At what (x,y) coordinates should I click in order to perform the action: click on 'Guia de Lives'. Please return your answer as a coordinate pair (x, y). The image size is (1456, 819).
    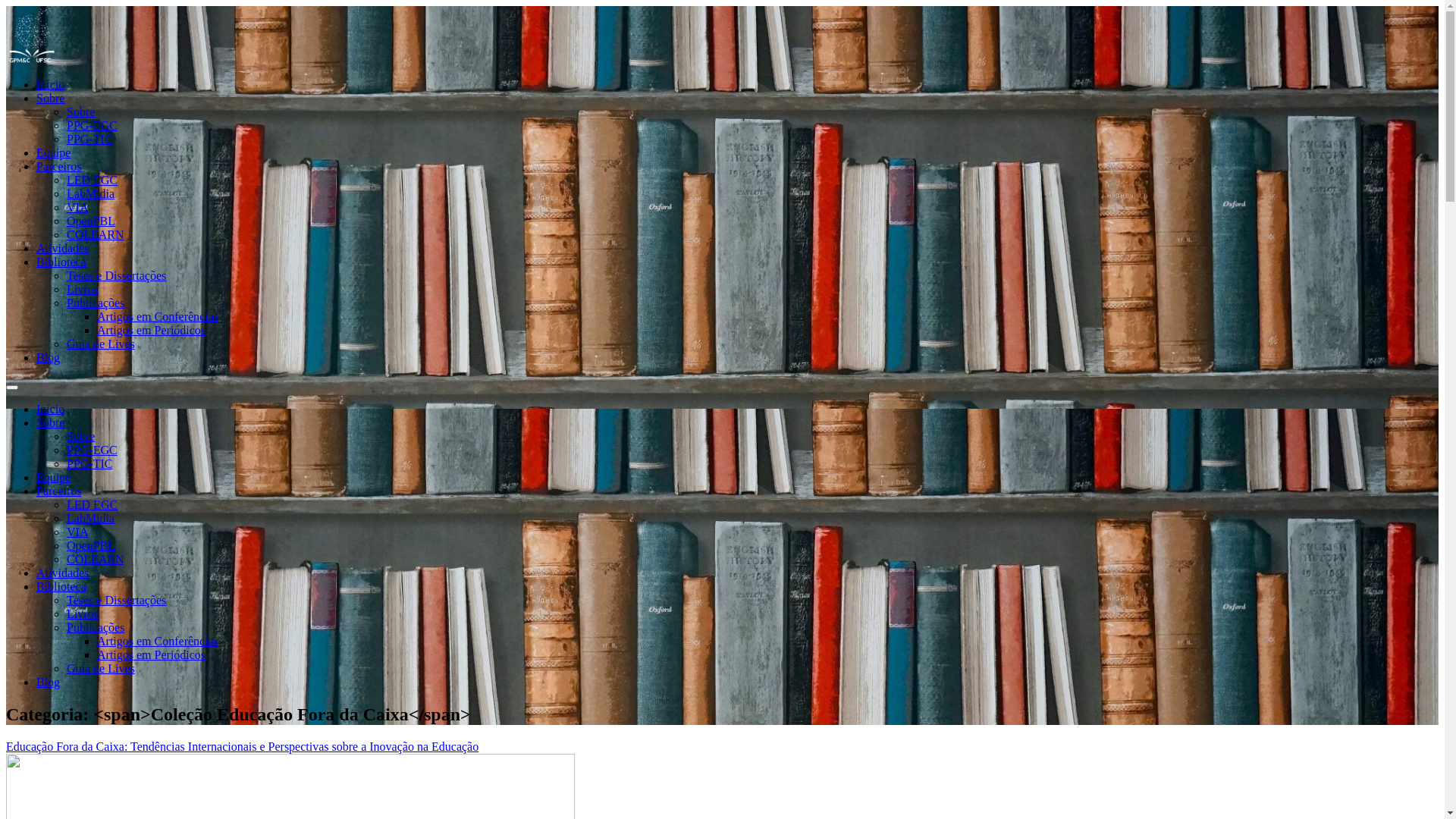
    Looking at the image, I should click on (100, 667).